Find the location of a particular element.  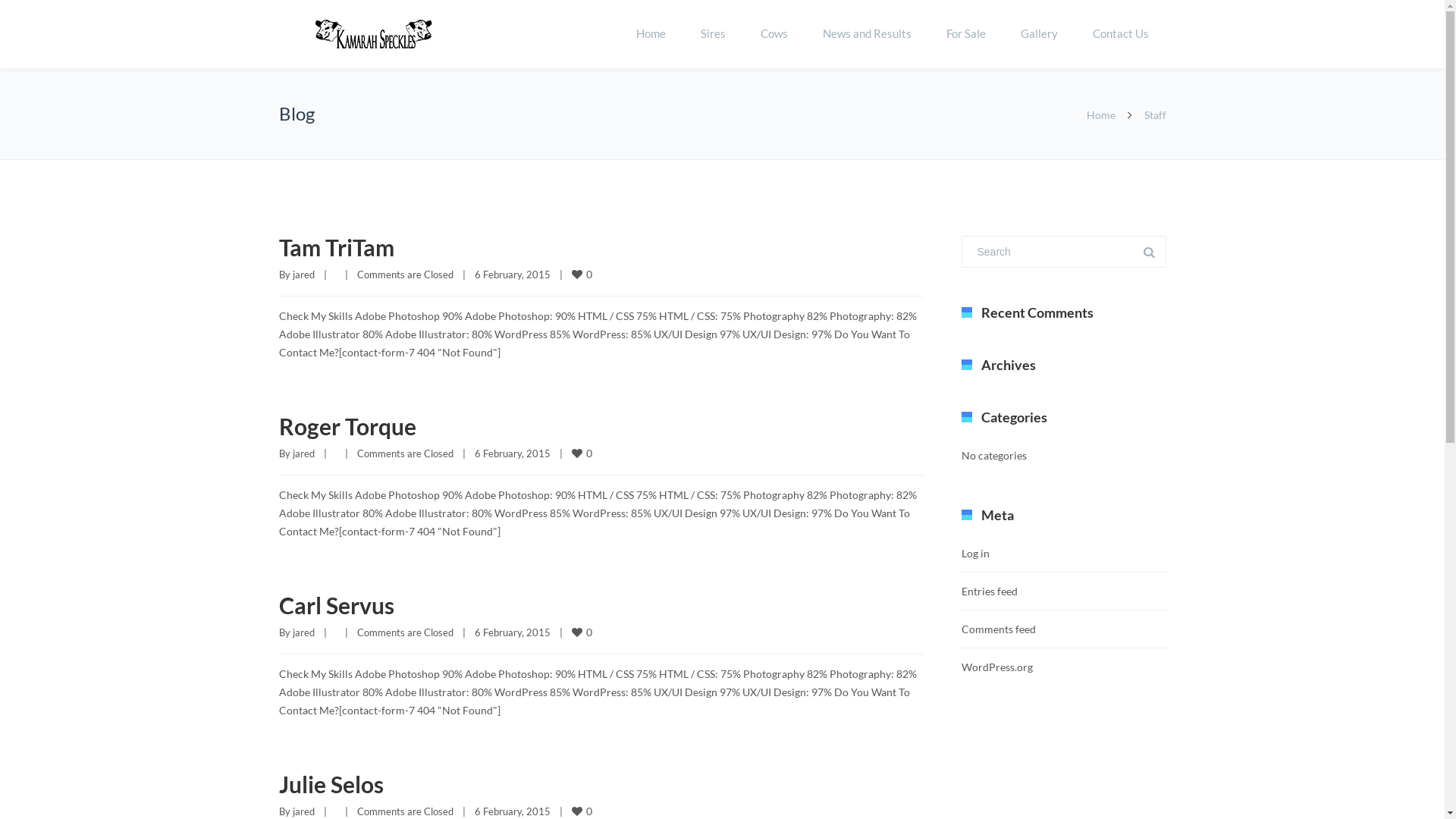

'Julie Selos' is located at coordinates (330, 783).